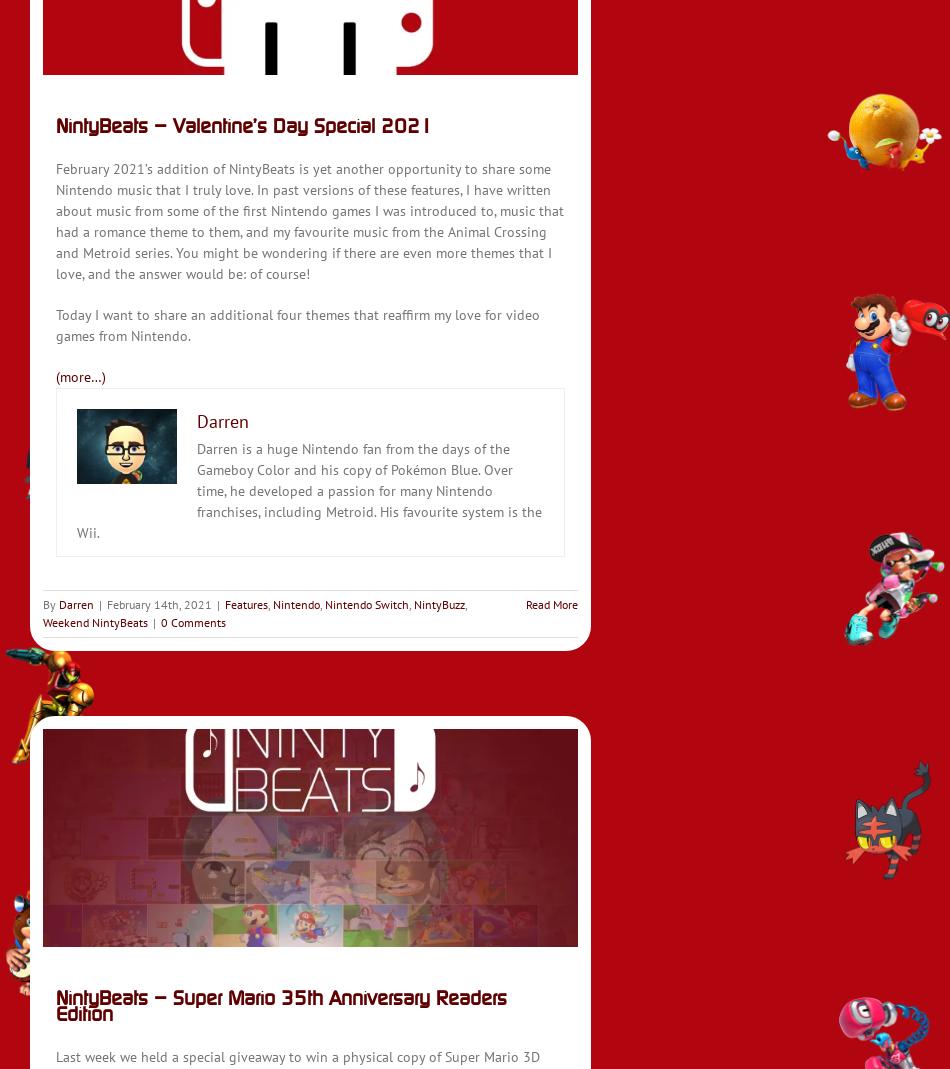 This screenshot has width=950, height=1069. Describe the element at coordinates (159, 604) in the screenshot. I see `'February 14th, 2021'` at that location.